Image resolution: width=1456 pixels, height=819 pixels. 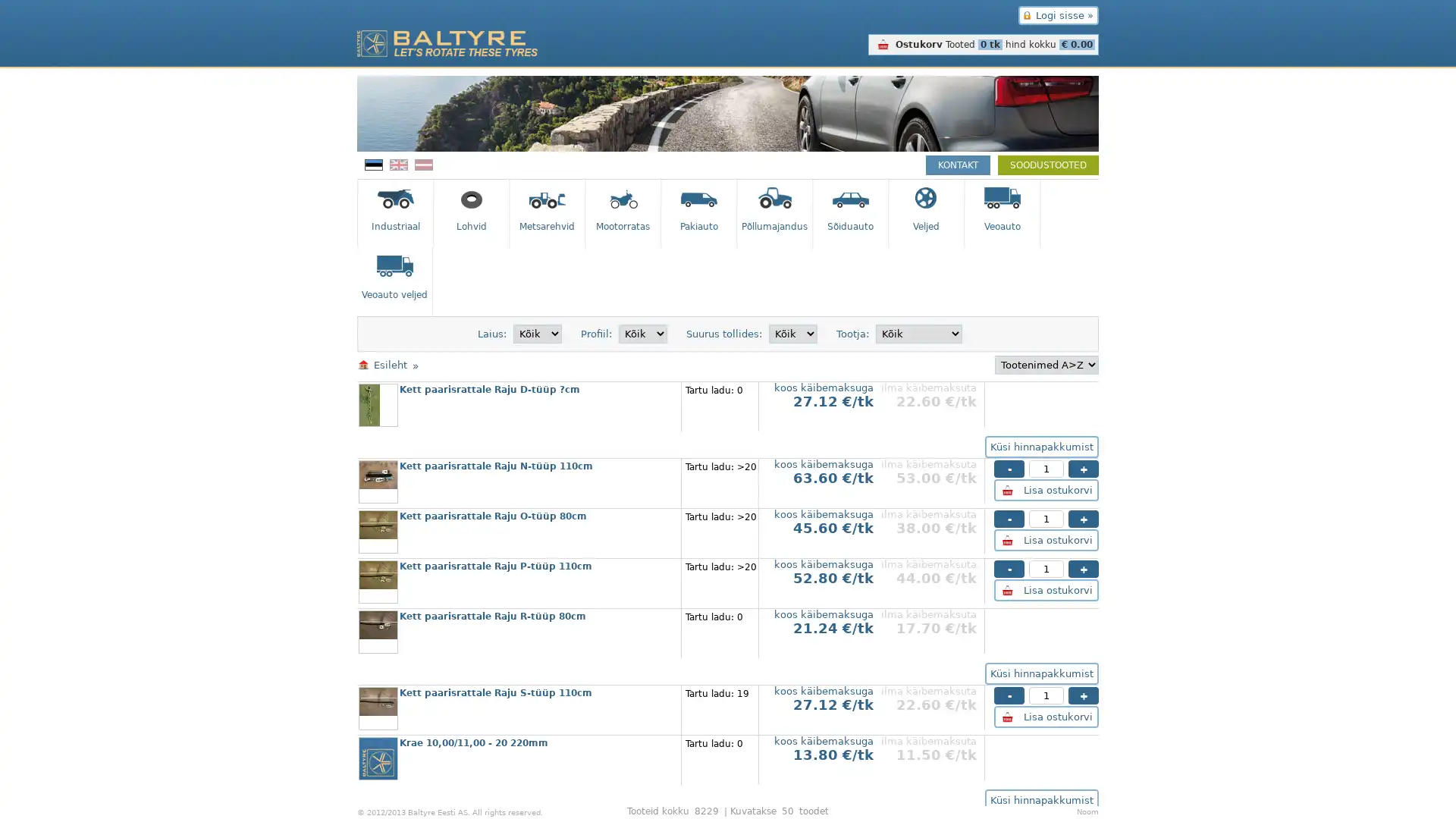 I want to click on -, so click(x=1009, y=468).